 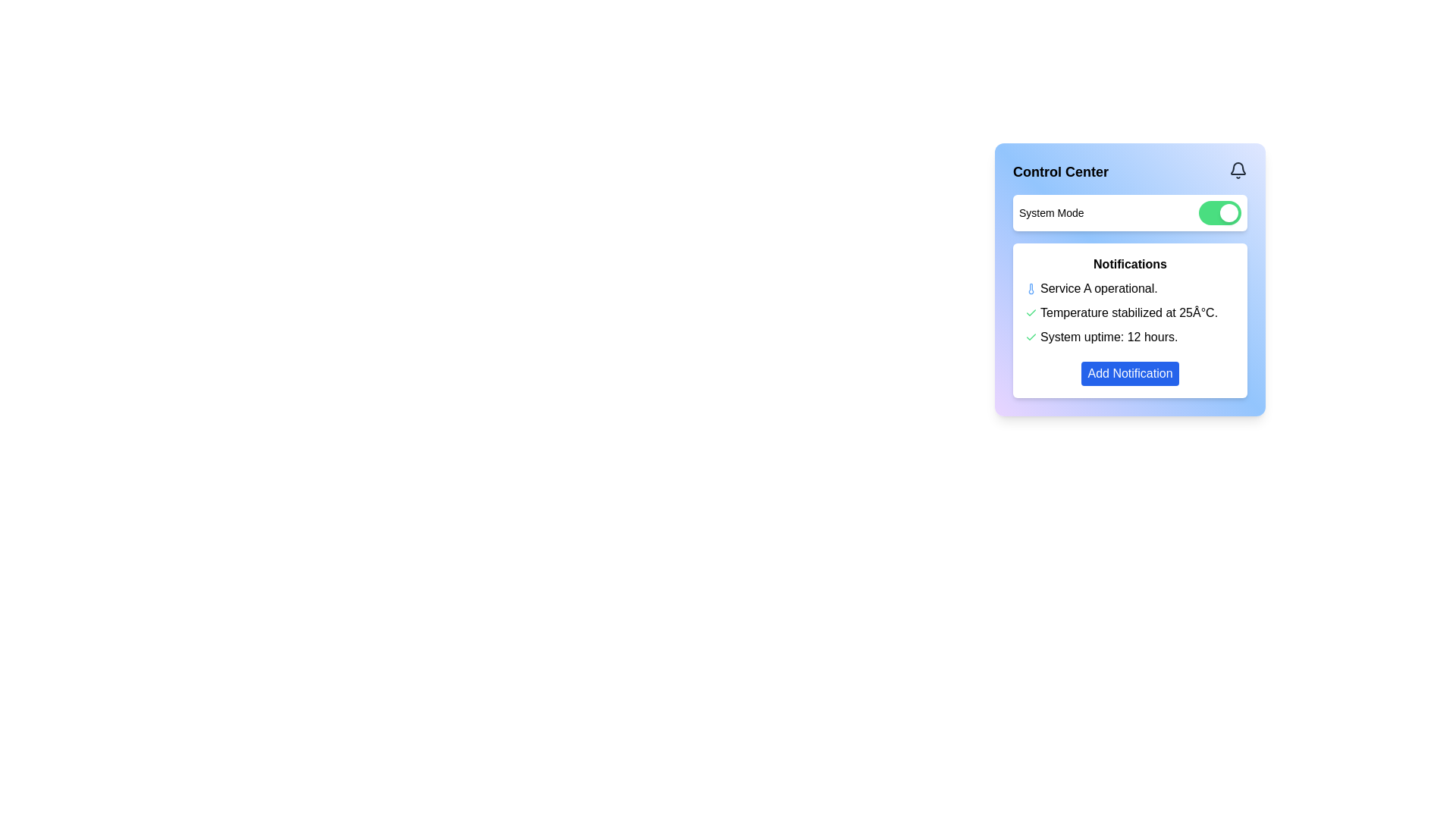 What do you see at coordinates (1130, 280) in the screenshot?
I see `content within the 'Control Center' panel, which features a gradient background, rounded corners, and includes sections for 'System Mode' toggle and 'Notifications'` at bounding box center [1130, 280].